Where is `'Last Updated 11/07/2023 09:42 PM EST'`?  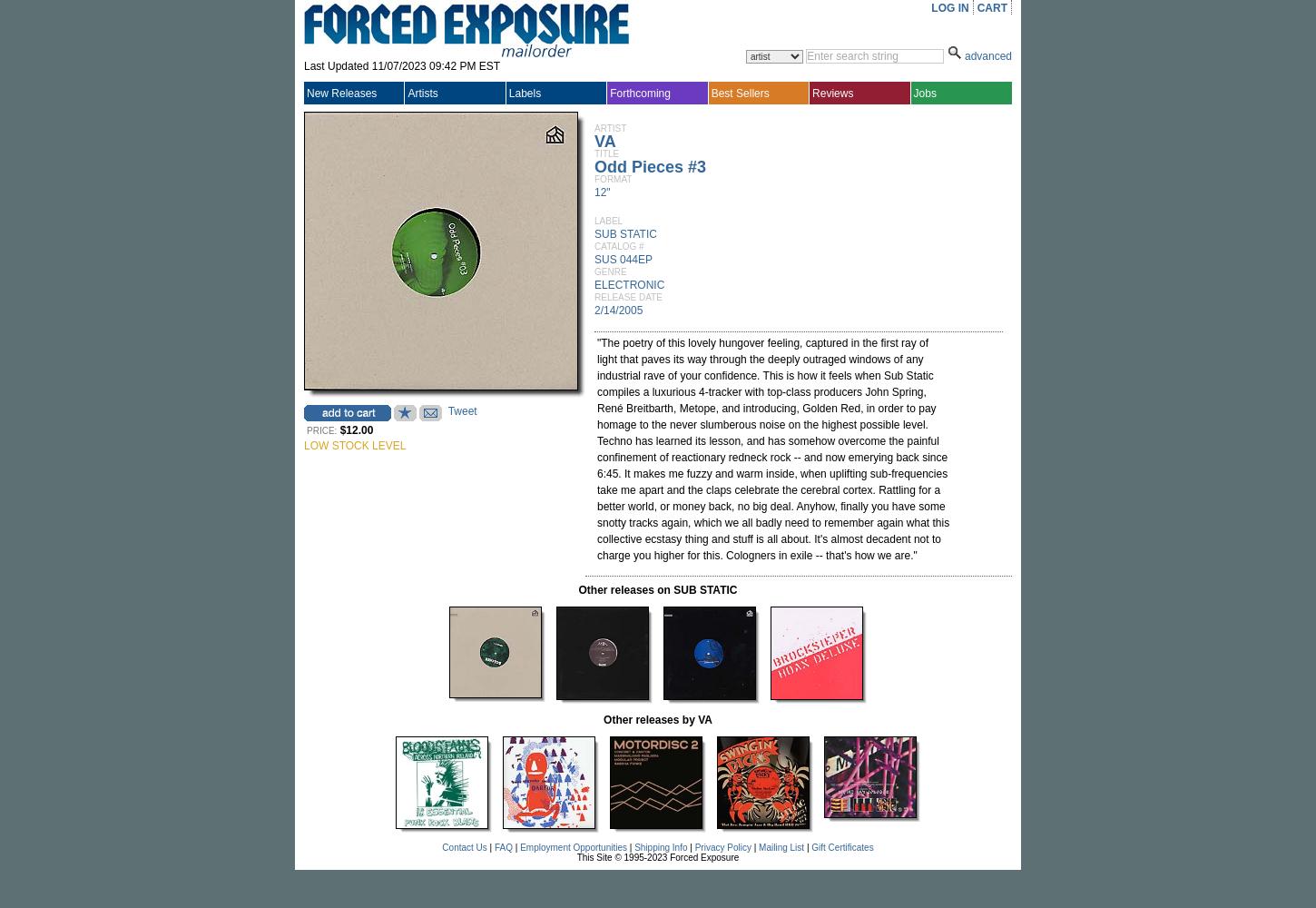 'Last Updated 11/07/2023 09:42 PM EST' is located at coordinates (400, 65).